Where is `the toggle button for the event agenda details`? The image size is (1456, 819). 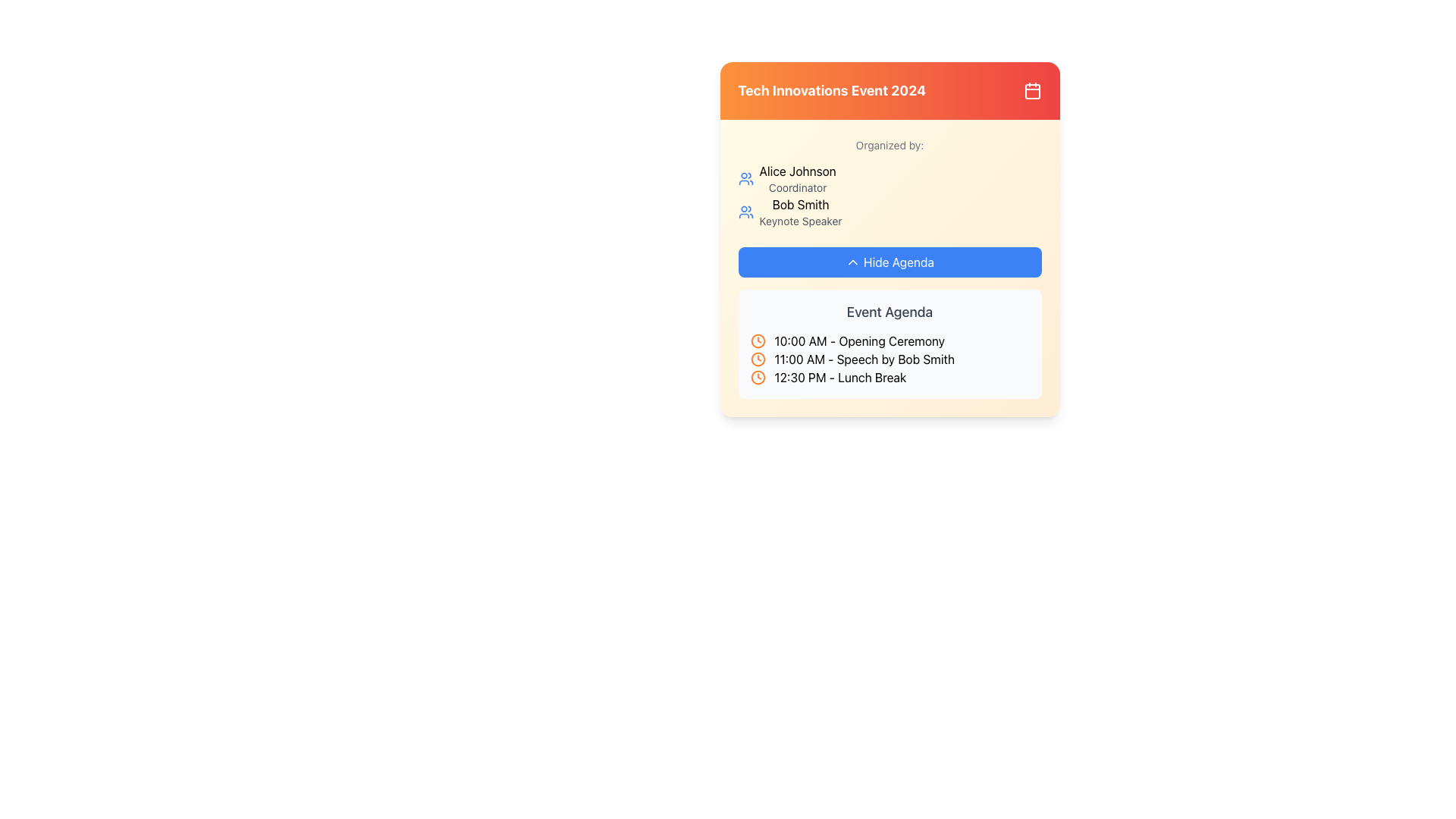
the toggle button for the event agenda details is located at coordinates (890, 262).